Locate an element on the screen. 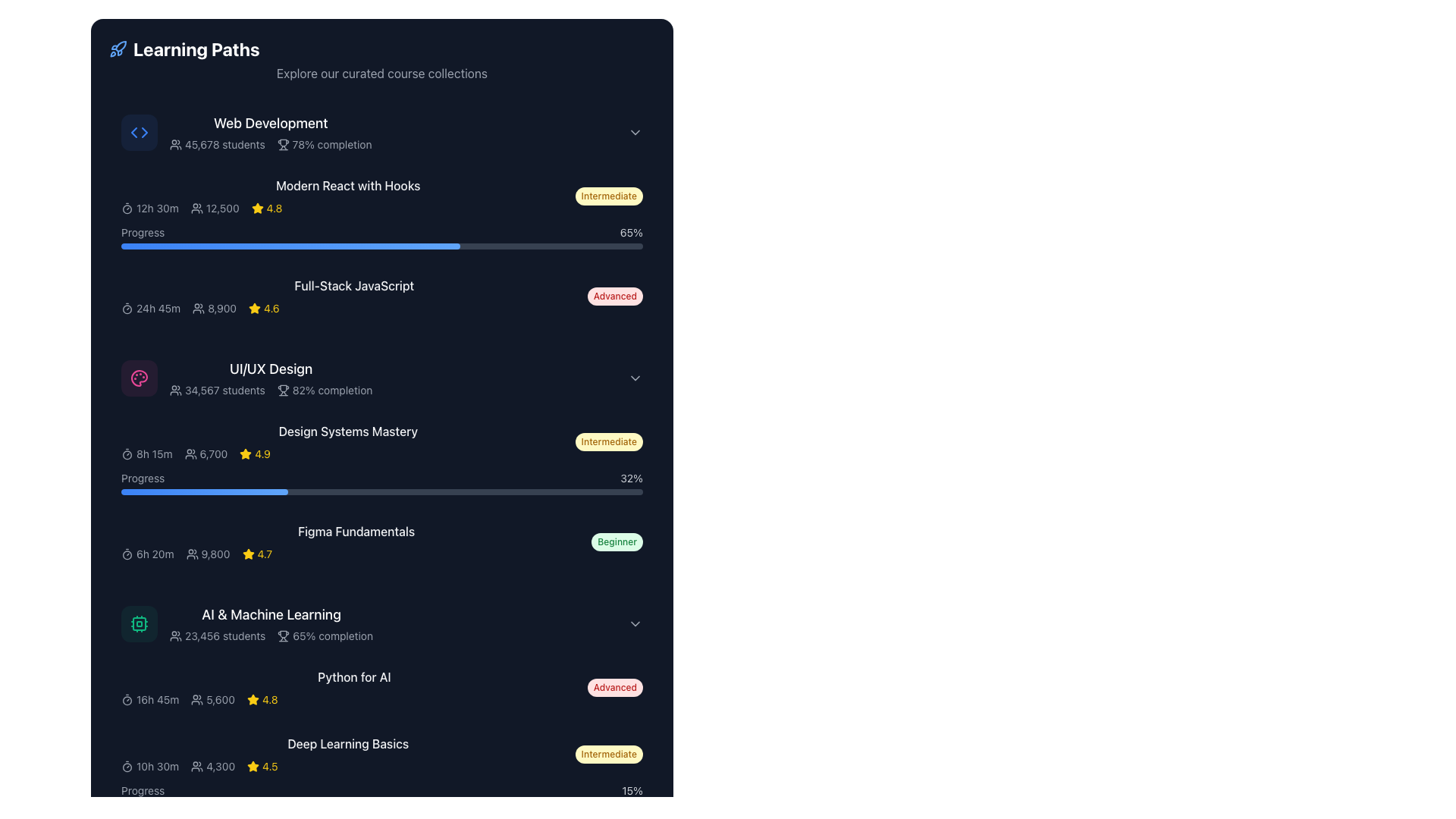 This screenshot has height=819, width=1456. the progress bar is located at coordinates (183, 245).